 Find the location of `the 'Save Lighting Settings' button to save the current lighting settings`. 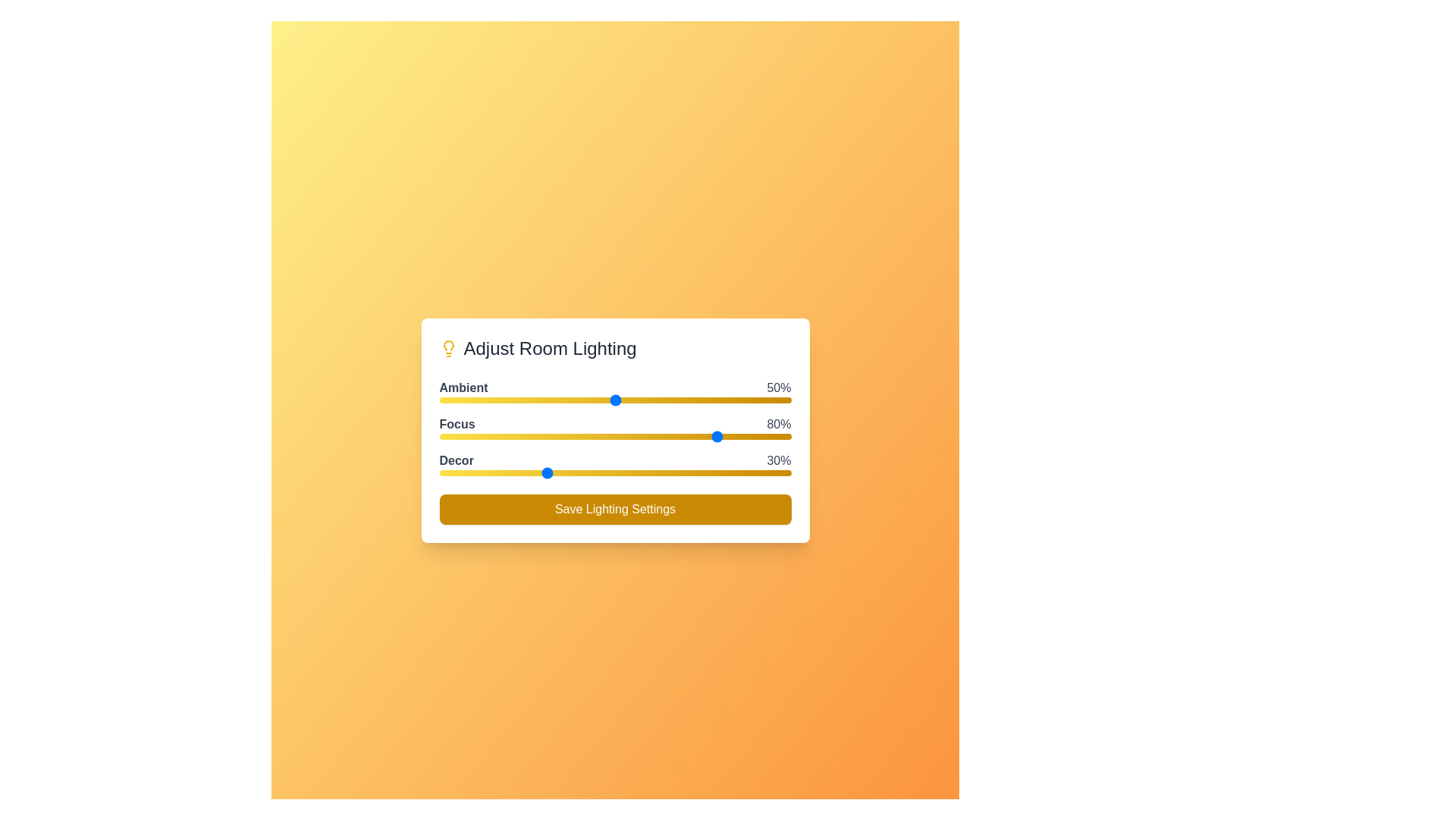

the 'Save Lighting Settings' button to save the current lighting settings is located at coordinates (615, 509).